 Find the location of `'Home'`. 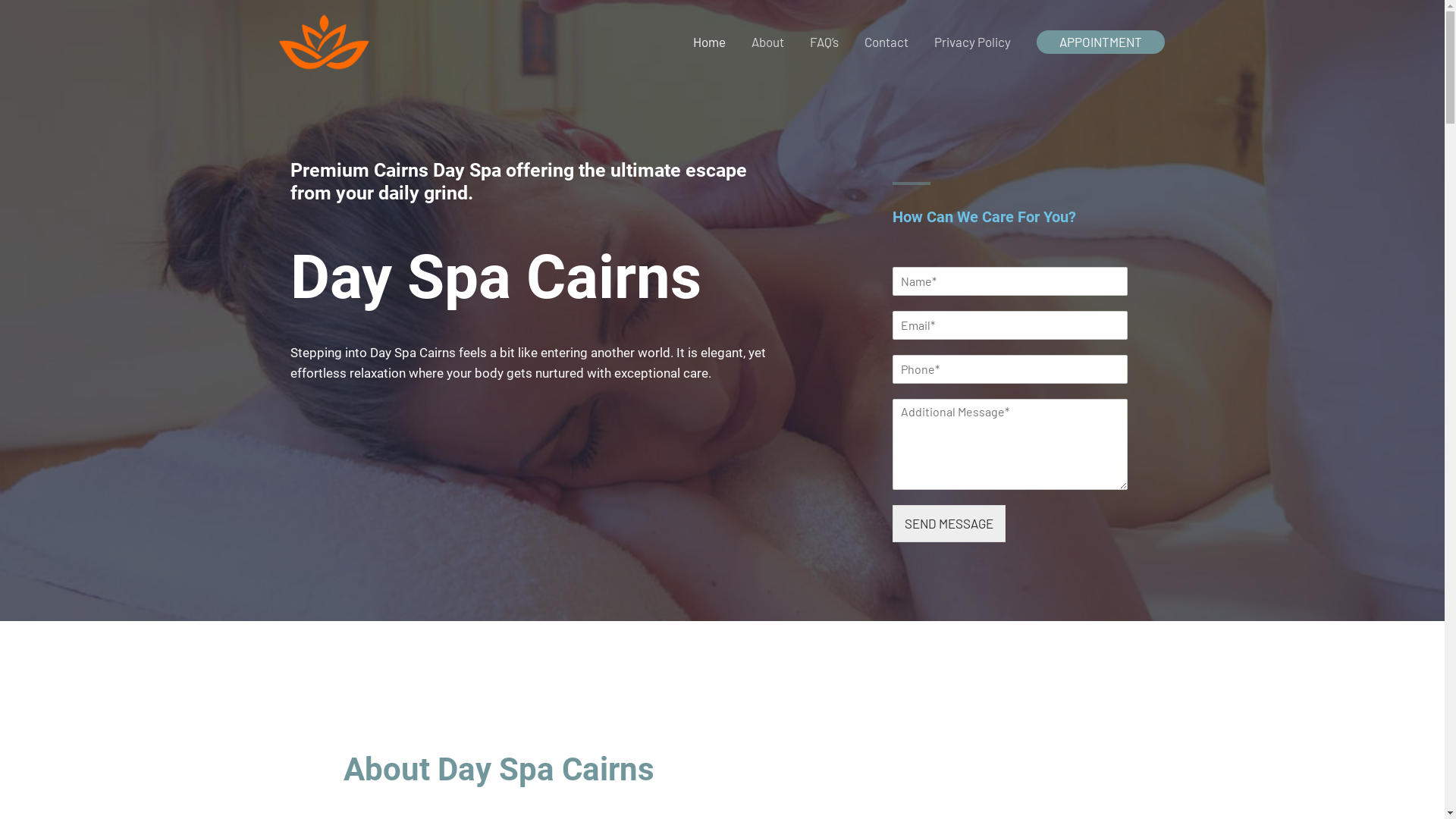

'Home' is located at coordinates (679, 40).